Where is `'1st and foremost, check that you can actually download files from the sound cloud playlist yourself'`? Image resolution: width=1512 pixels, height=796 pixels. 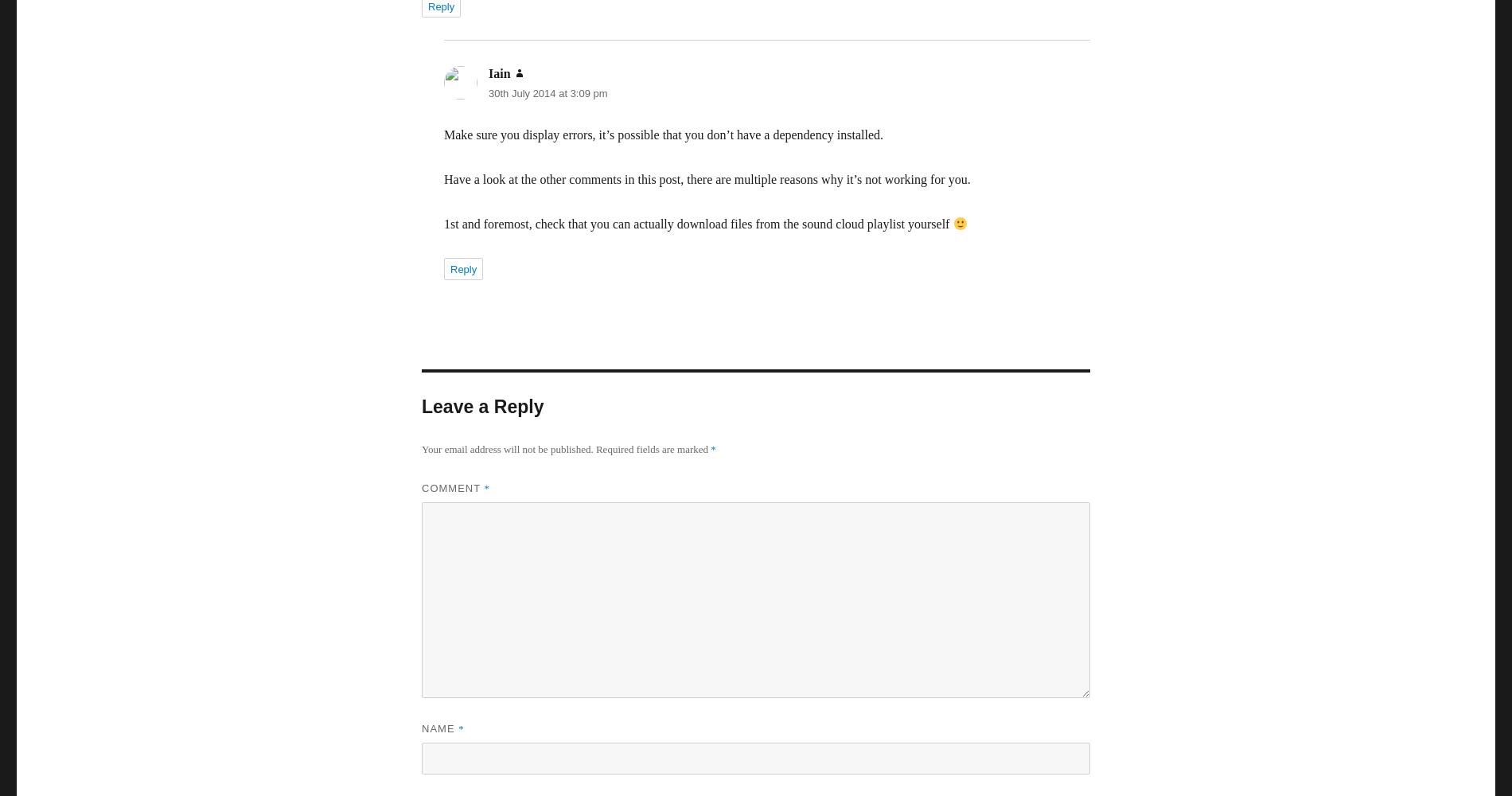 '1st and foremost, check that you can actually download files from the sound cloud playlist yourself' is located at coordinates (697, 224).